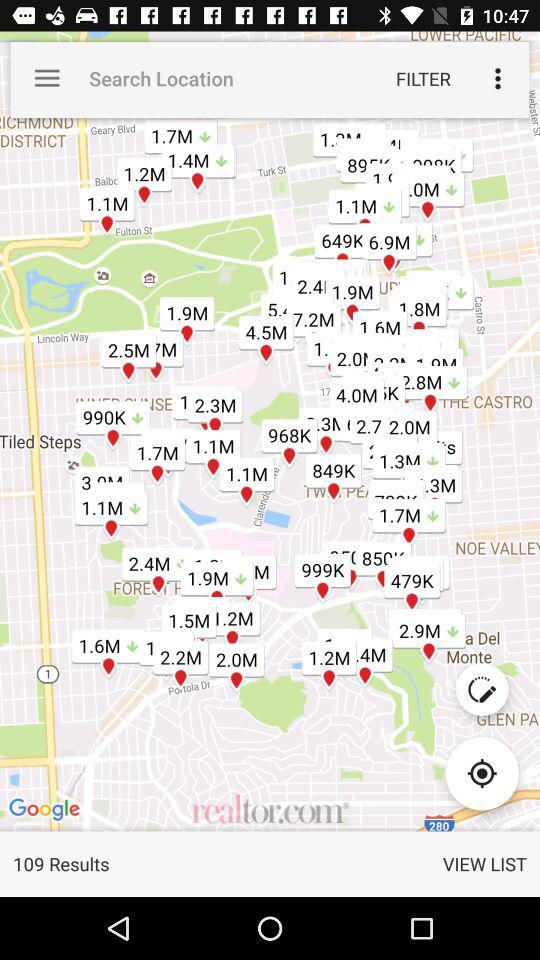 Image resolution: width=540 pixels, height=960 pixels. I want to click on the filter icon, so click(422, 78).